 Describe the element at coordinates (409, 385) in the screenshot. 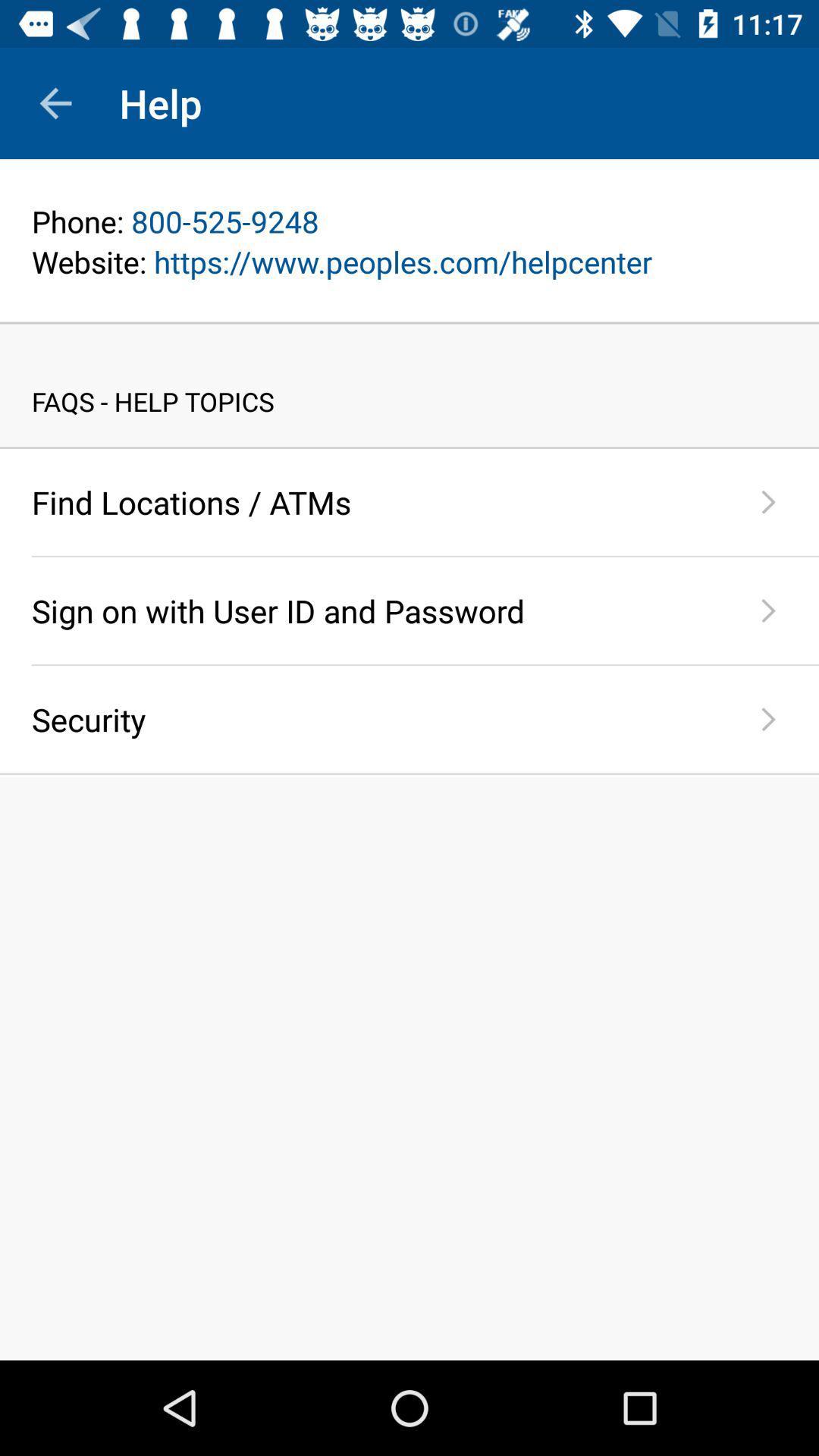

I see `faqs - help topics item` at that location.